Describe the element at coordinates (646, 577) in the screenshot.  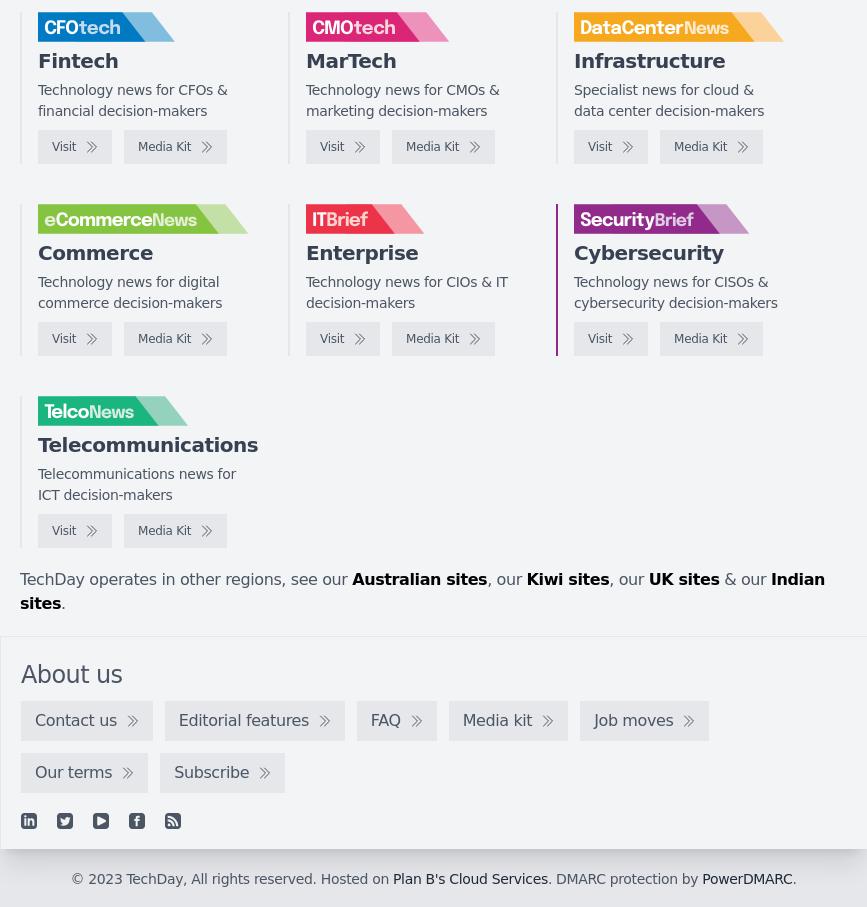
I see `'UK sites'` at that location.